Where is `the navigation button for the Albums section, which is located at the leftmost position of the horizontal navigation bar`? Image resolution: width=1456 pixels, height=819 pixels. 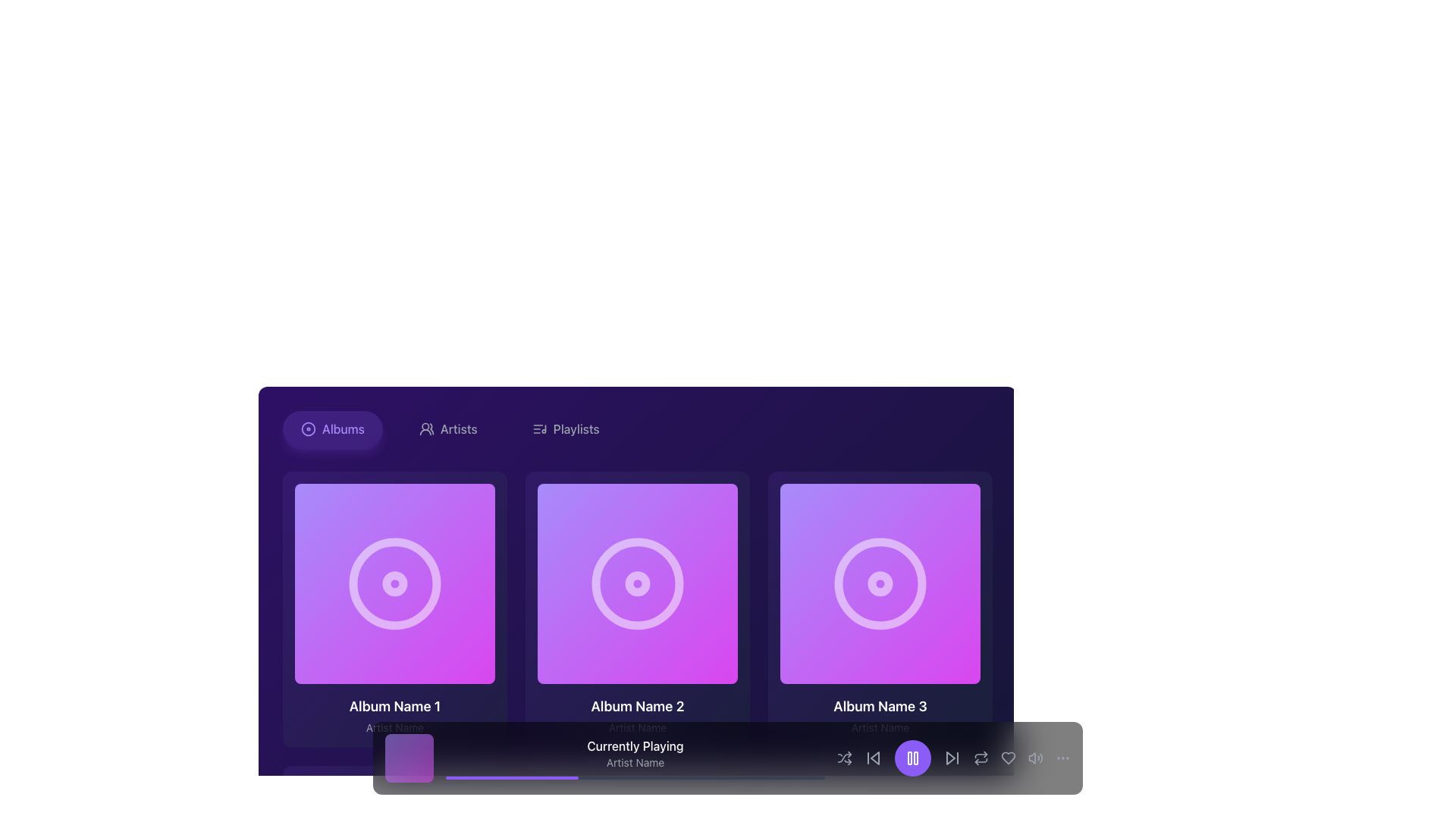
the navigation button for the Albums section, which is located at the leftmost position of the horizontal navigation bar is located at coordinates (331, 429).